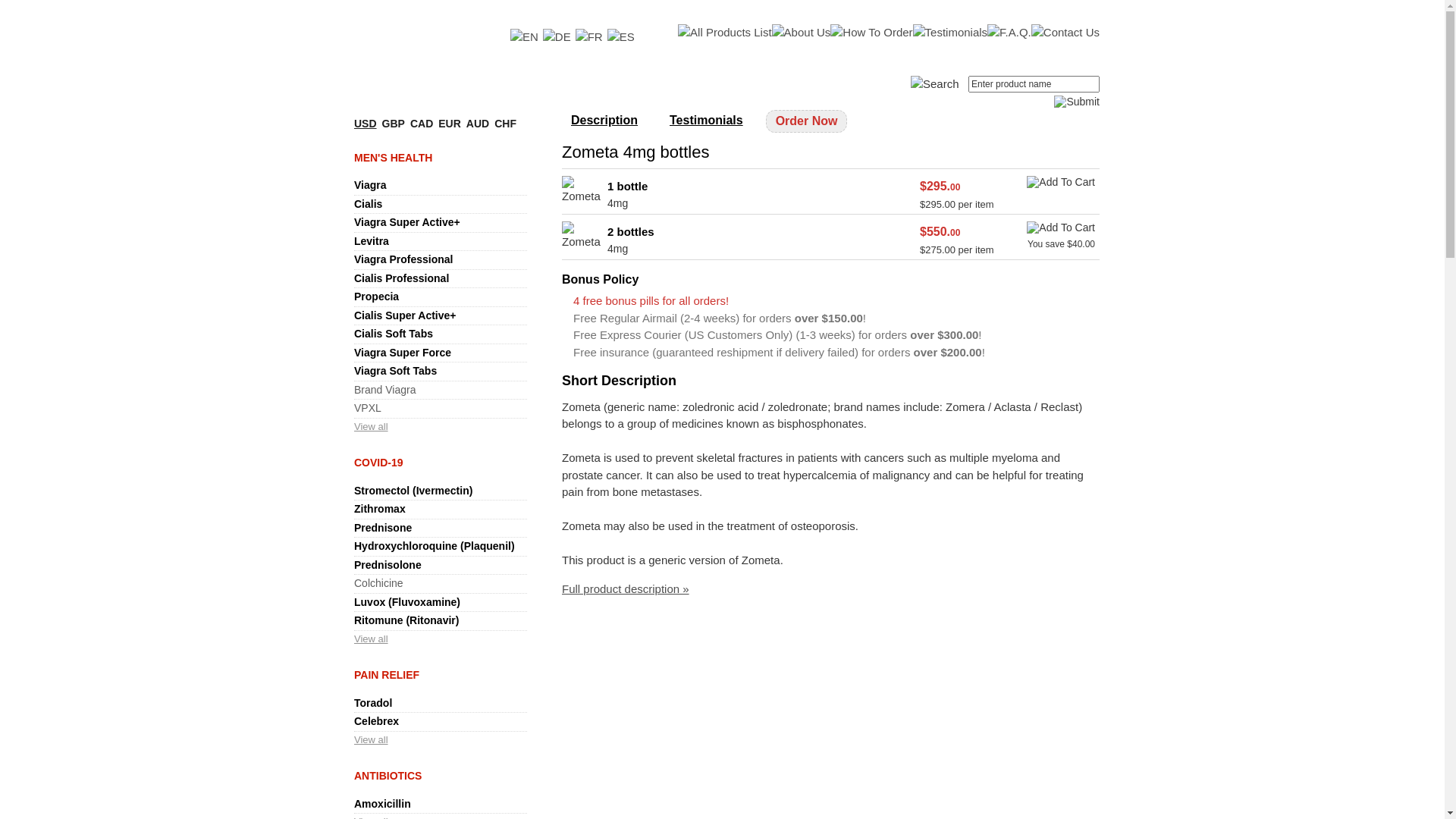 Image resolution: width=1456 pixels, height=819 pixels. Describe the element at coordinates (406, 620) in the screenshot. I see `'Ritomune (Ritonavir)'` at that location.